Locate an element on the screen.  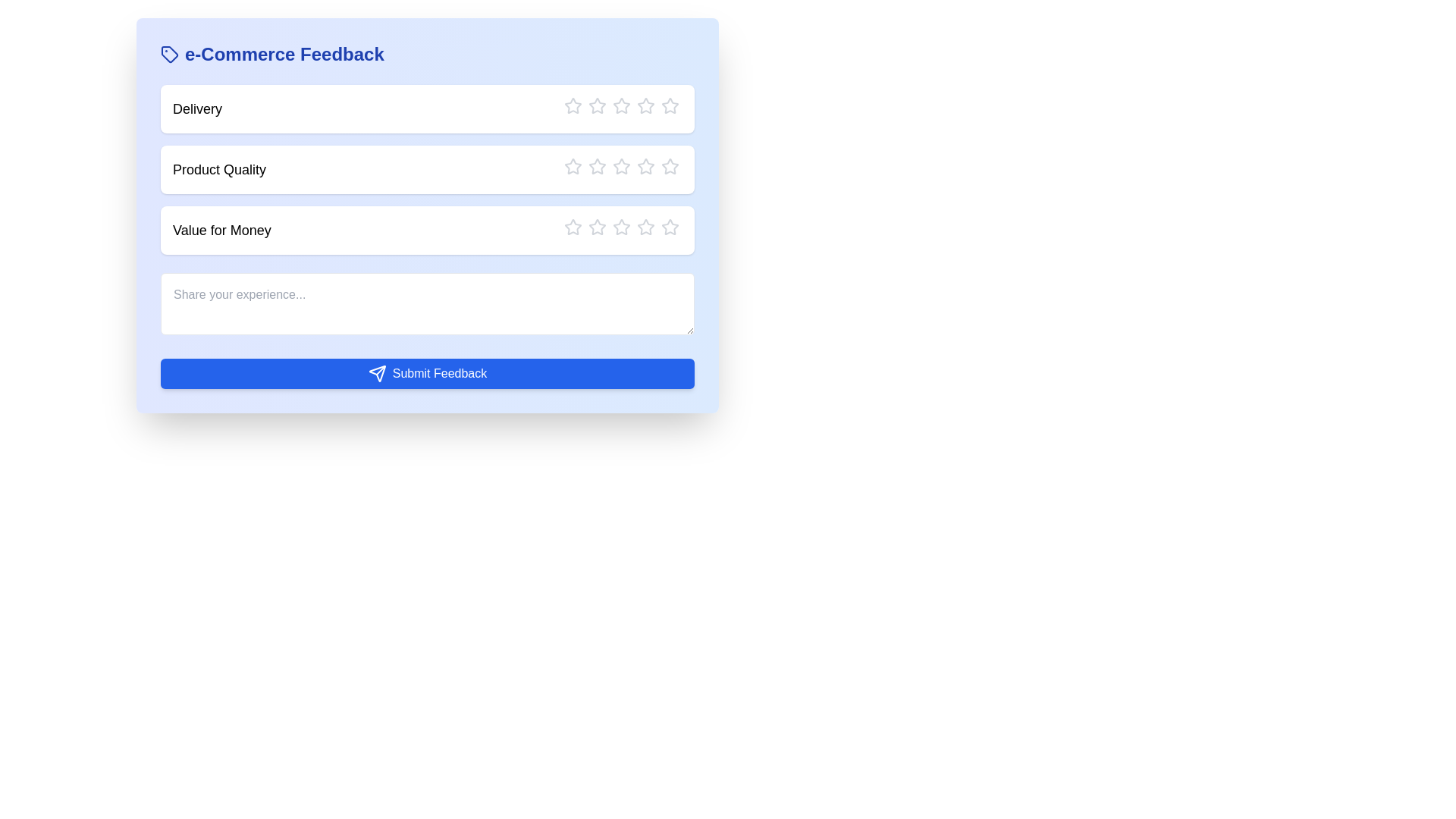
the star corresponding to the rating 1 for the category Delivery is located at coordinates (563, 105).